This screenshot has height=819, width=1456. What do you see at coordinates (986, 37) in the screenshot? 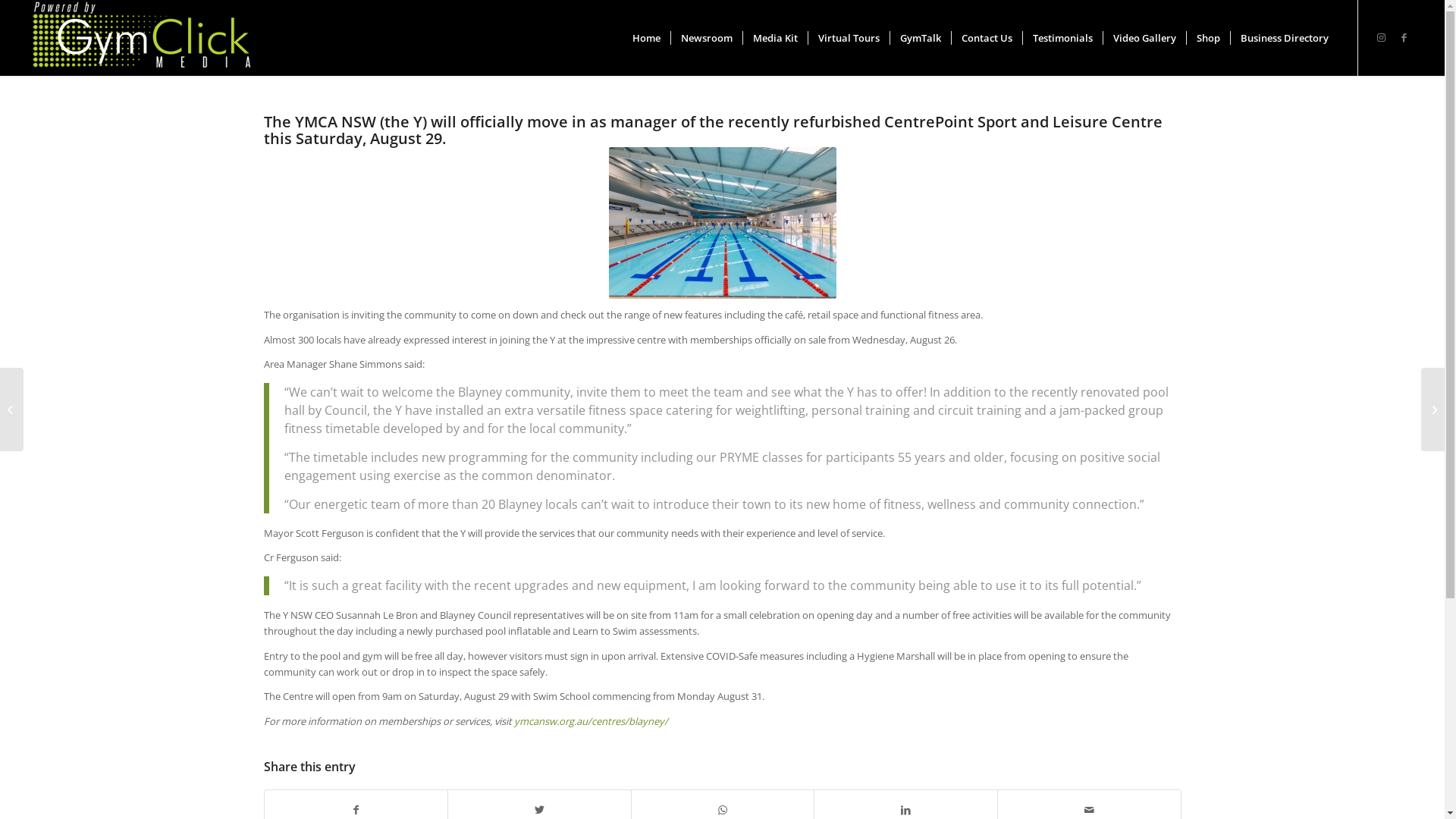
I see `'Contact Us'` at bounding box center [986, 37].